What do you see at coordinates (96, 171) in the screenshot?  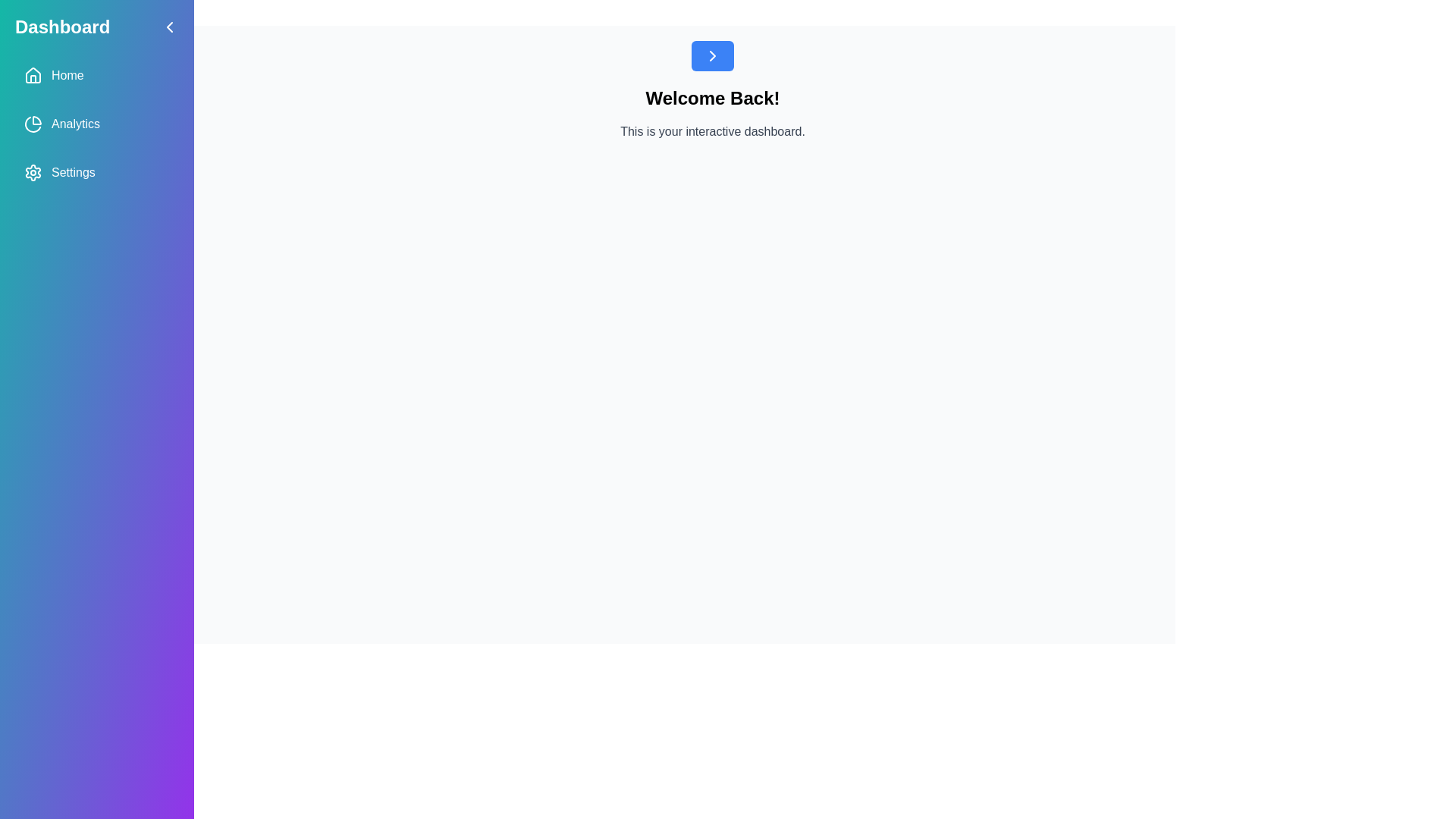 I see `the menu item Settings in the drawer` at bounding box center [96, 171].